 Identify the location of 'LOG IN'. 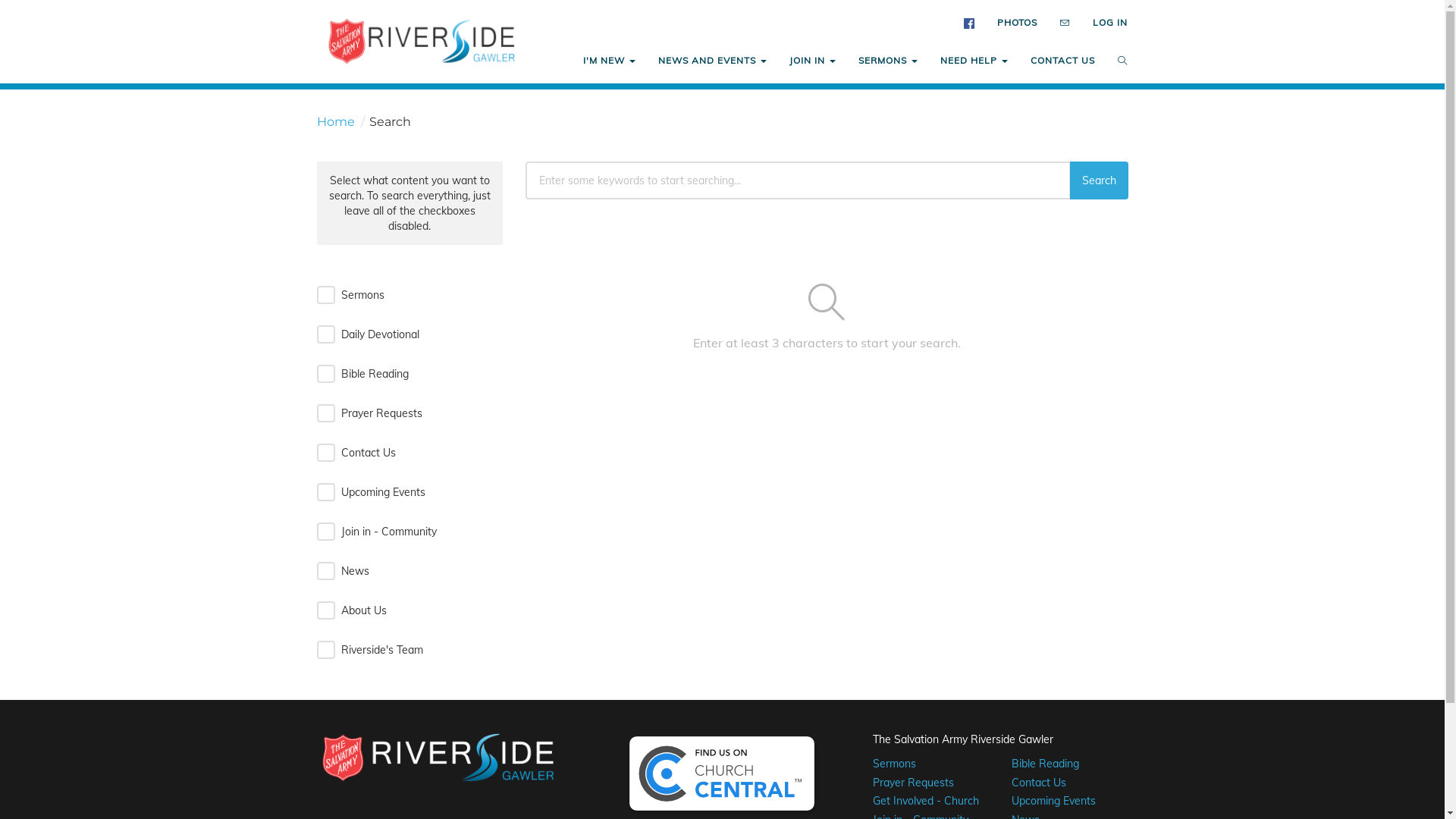
(1080, 23).